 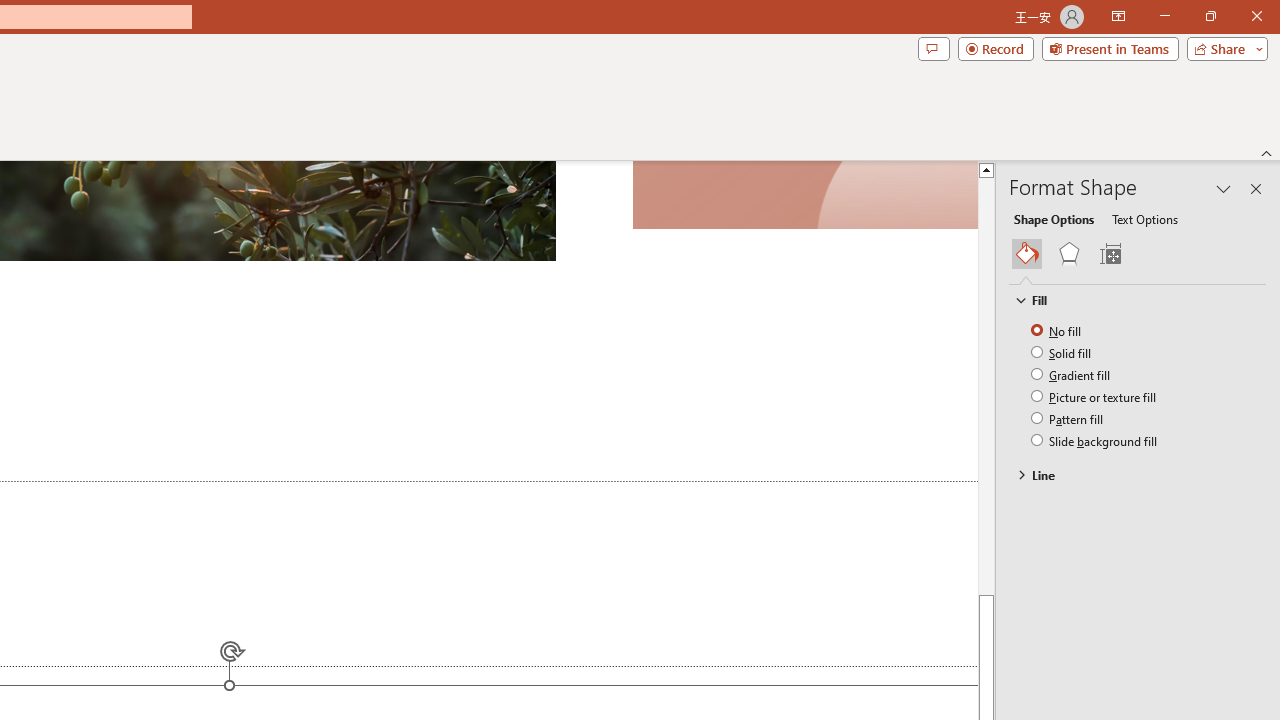 What do you see at coordinates (1144, 218) in the screenshot?
I see `'Text Options'` at bounding box center [1144, 218].